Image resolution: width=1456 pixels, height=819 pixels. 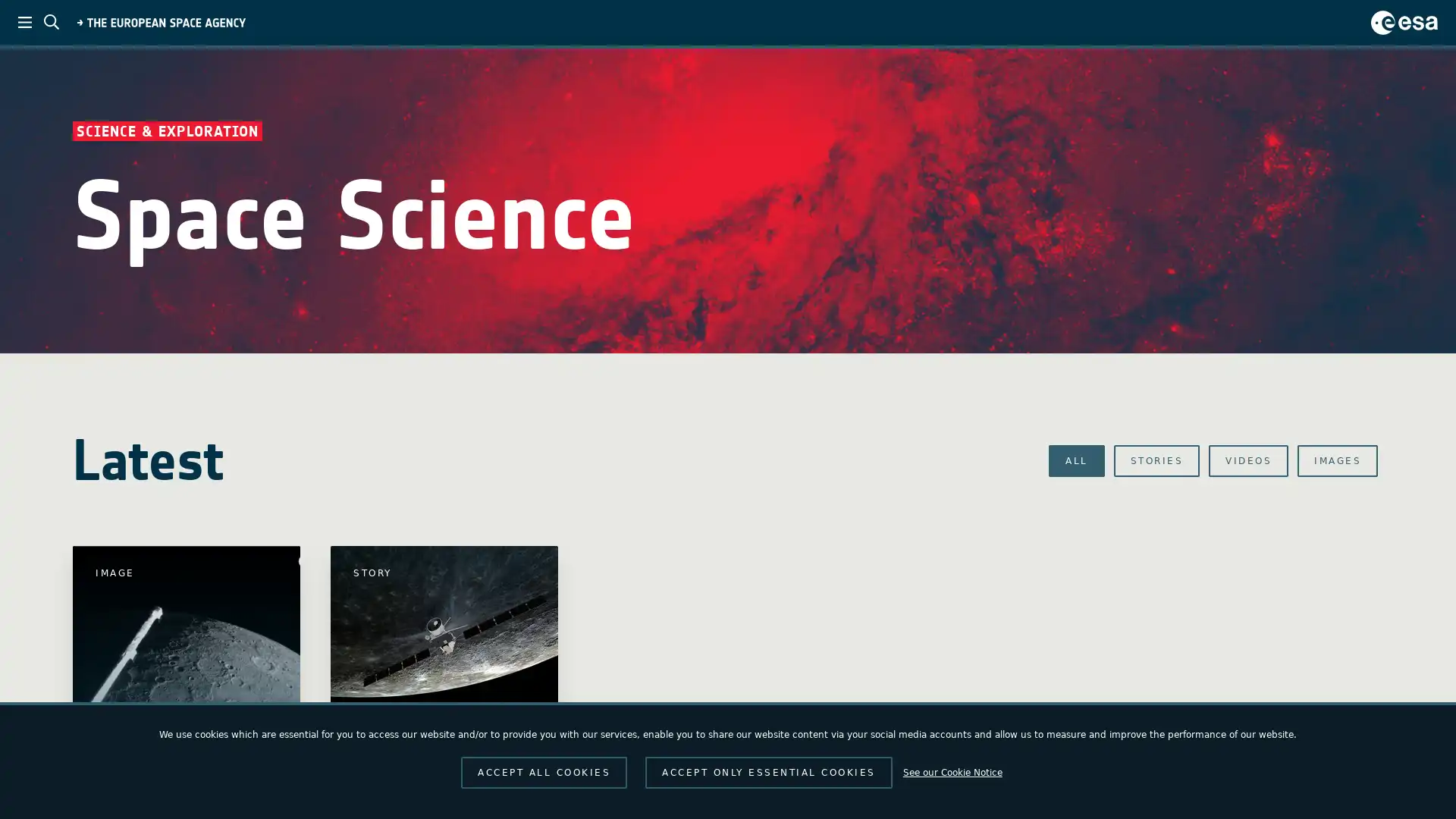 What do you see at coordinates (51, 22) in the screenshot?
I see `ESA search toggle` at bounding box center [51, 22].